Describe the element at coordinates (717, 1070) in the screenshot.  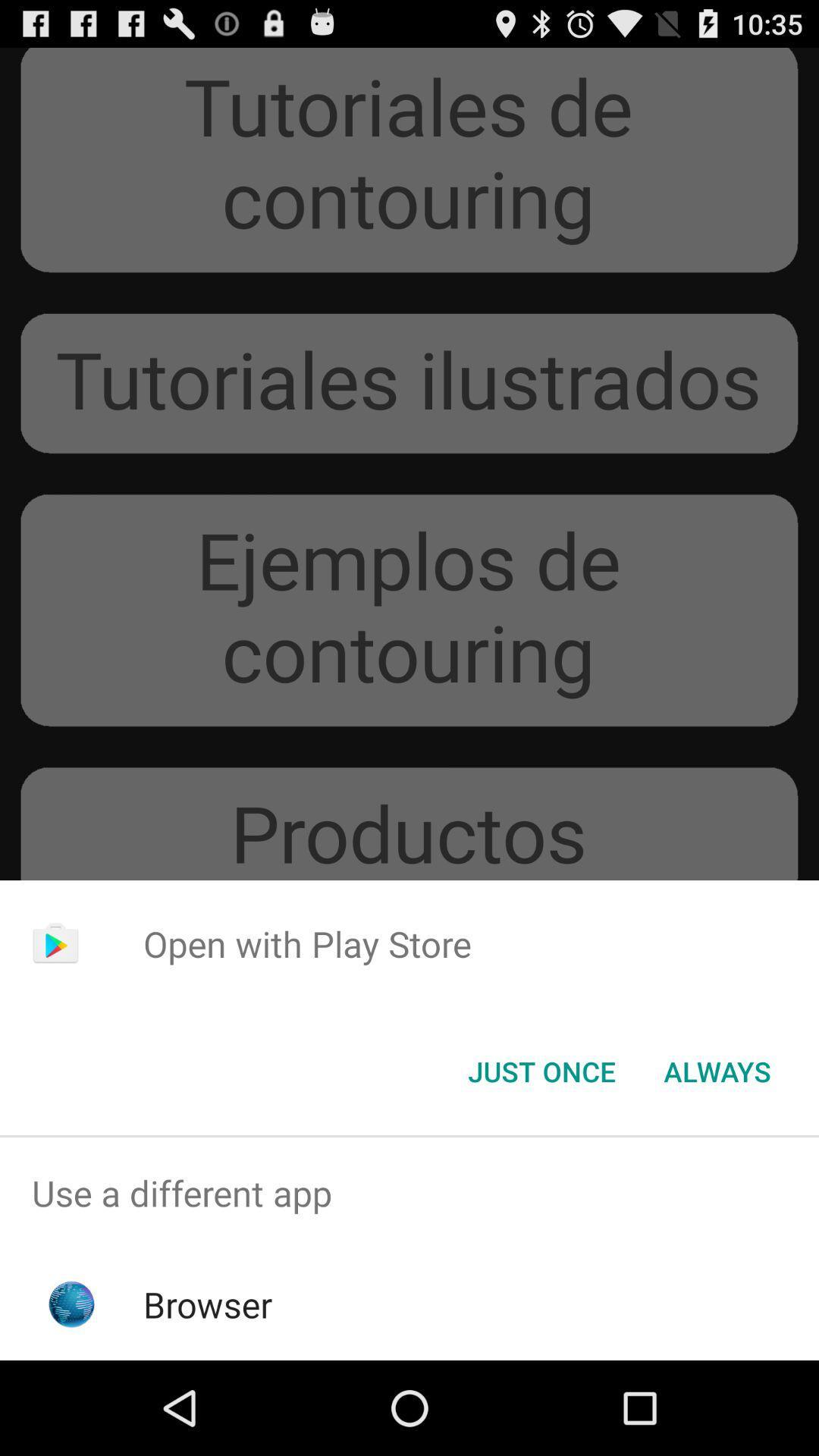
I see `item next to just once` at that location.